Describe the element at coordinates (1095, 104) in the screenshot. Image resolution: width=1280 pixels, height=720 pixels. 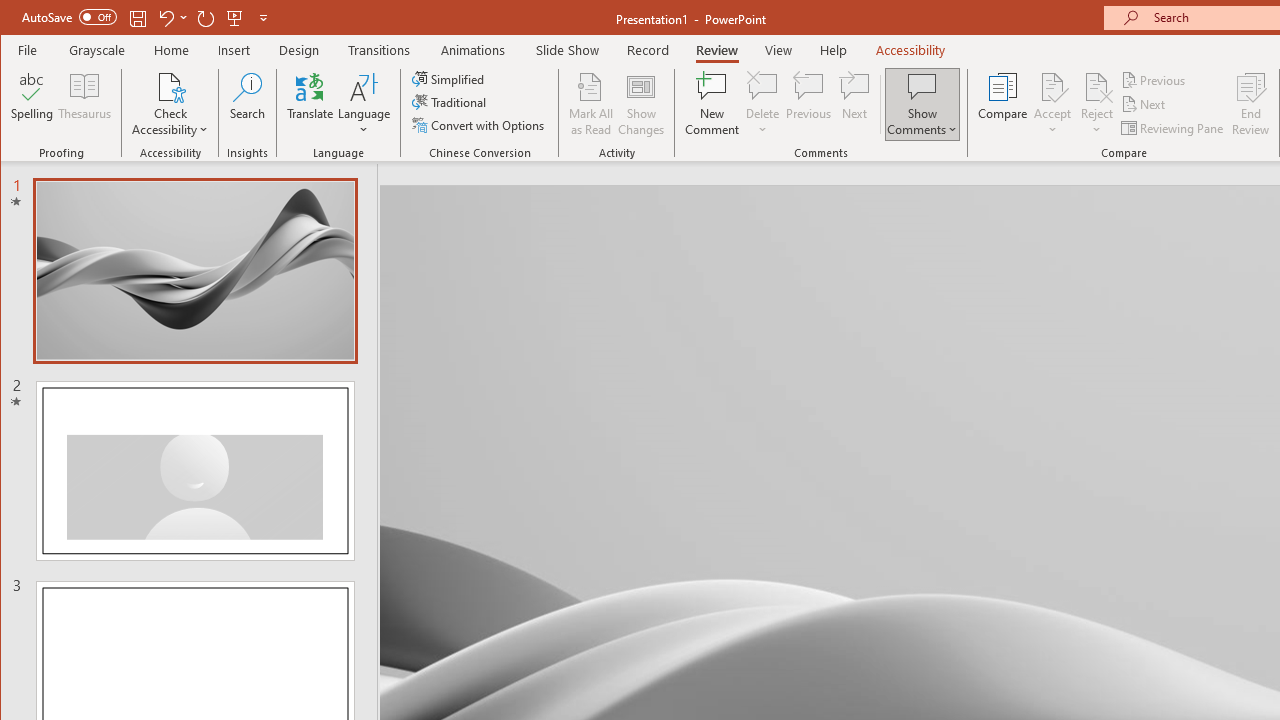
I see `'Reject'` at that location.